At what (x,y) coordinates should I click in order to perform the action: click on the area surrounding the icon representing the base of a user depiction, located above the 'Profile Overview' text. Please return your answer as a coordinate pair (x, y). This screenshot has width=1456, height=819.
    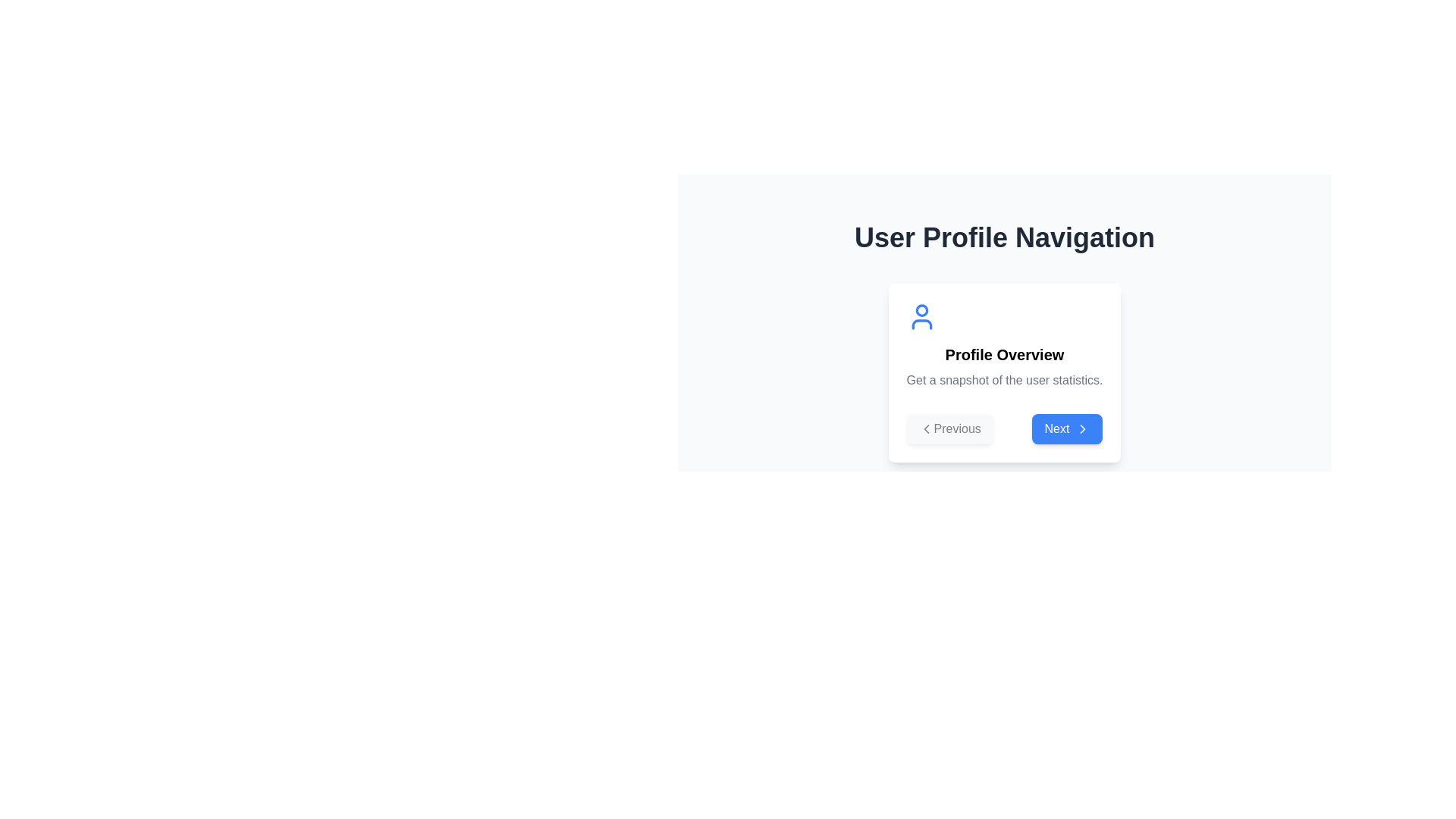
    Looking at the image, I should click on (921, 324).